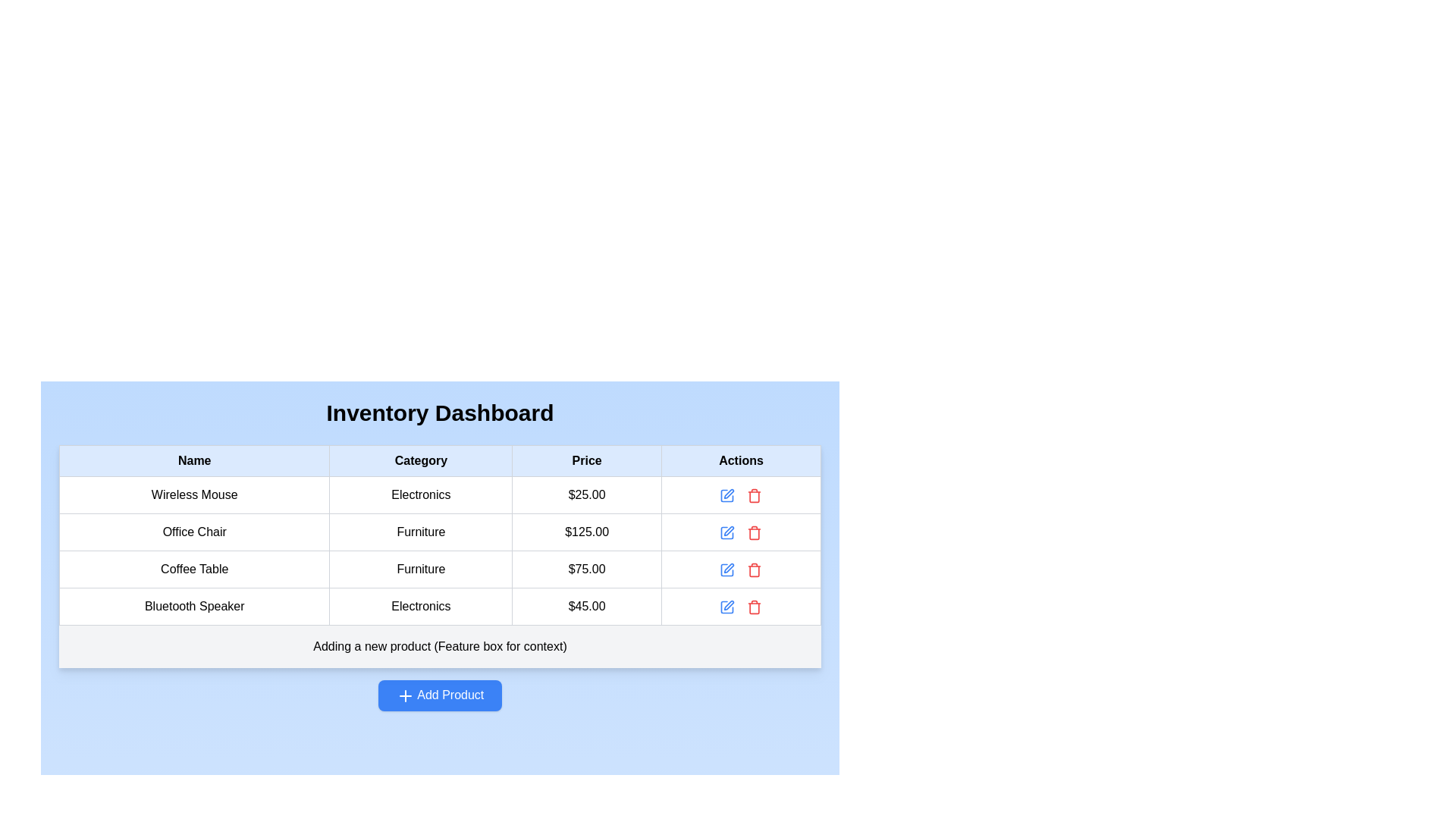 Image resolution: width=1456 pixels, height=819 pixels. I want to click on the editing icon for the 'Coffee Table' row, which is a light outline square shape nested within a pen icon in the 'Actions' column, so click(726, 570).